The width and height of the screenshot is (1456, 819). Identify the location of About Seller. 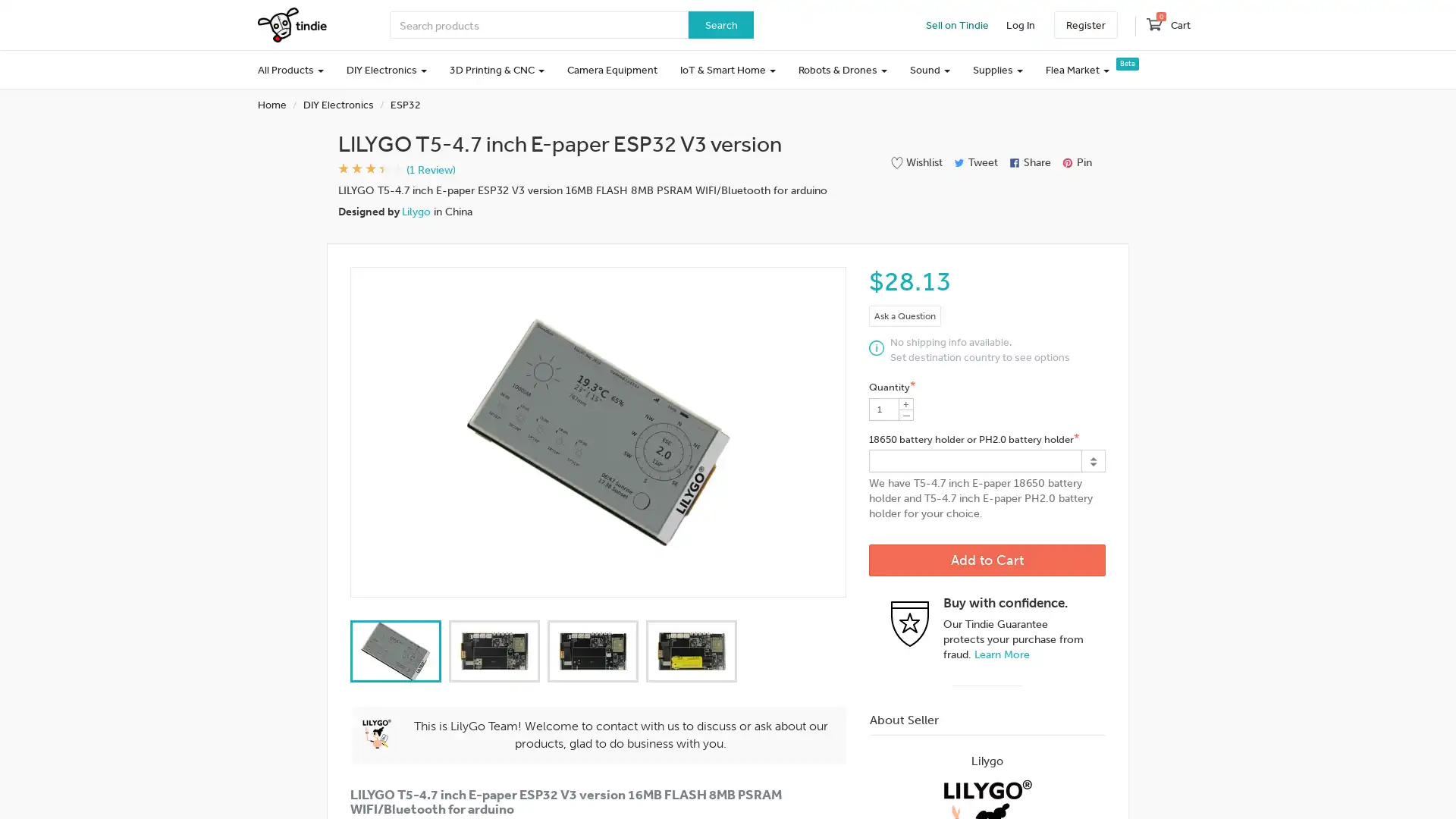
(987, 719).